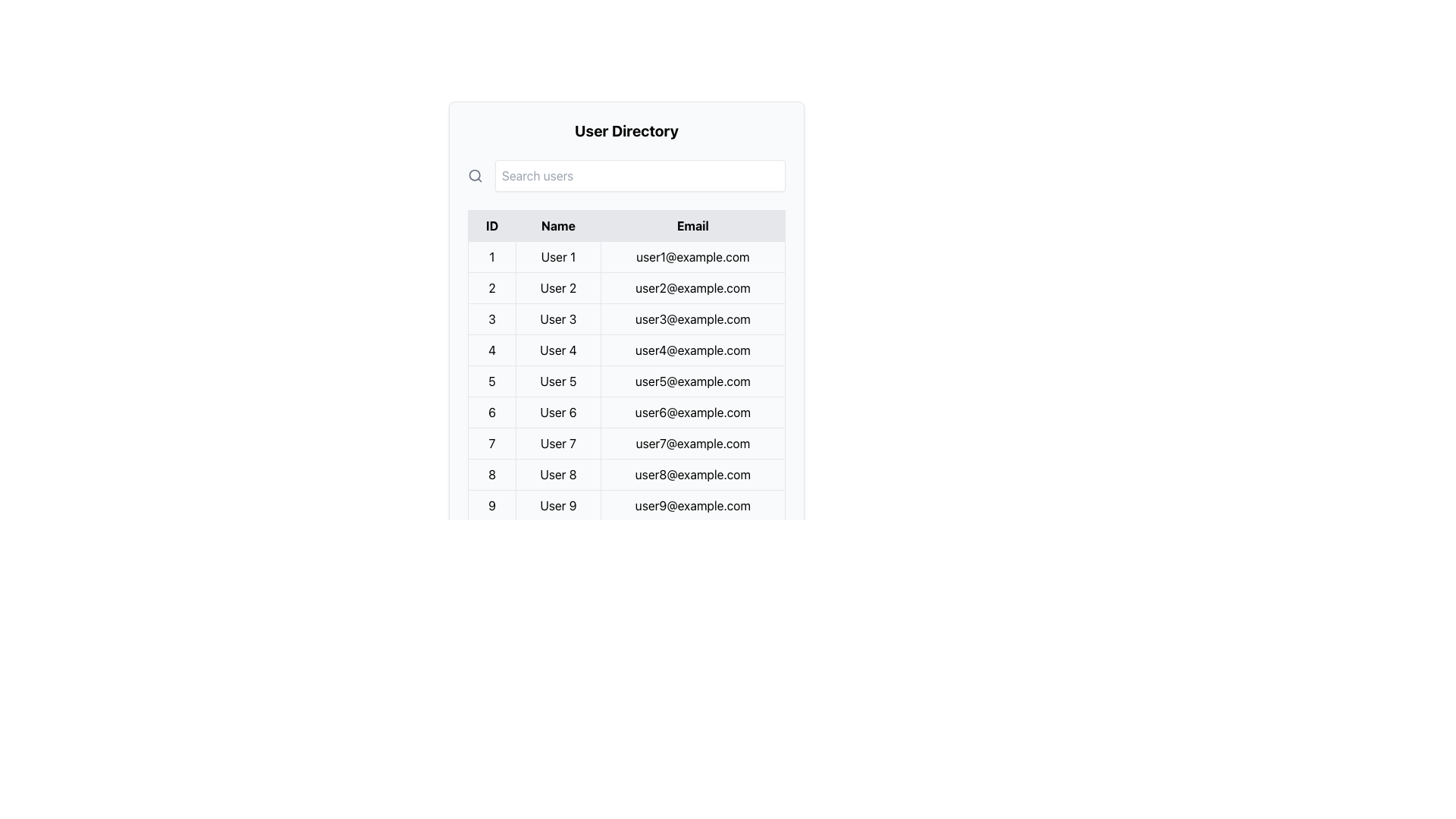 This screenshot has height=819, width=1456. Describe the element at coordinates (491, 473) in the screenshot. I see `the leftmost cell in the eighth row of the table, which displays the bold numeric value '8', to highlight the entire row` at that location.